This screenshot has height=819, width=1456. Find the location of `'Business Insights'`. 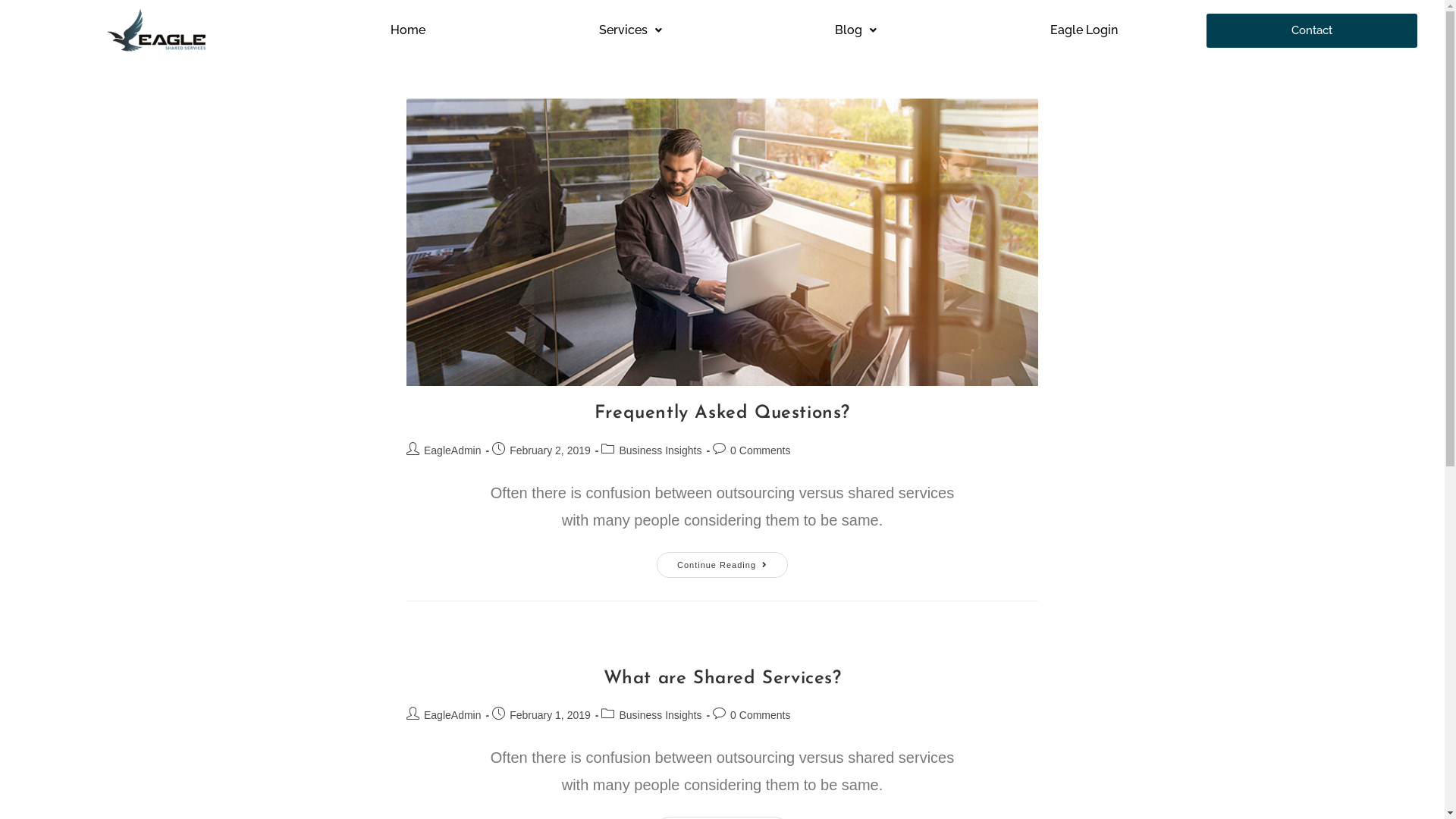

'Business Insights' is located at coordinates (660, 450).